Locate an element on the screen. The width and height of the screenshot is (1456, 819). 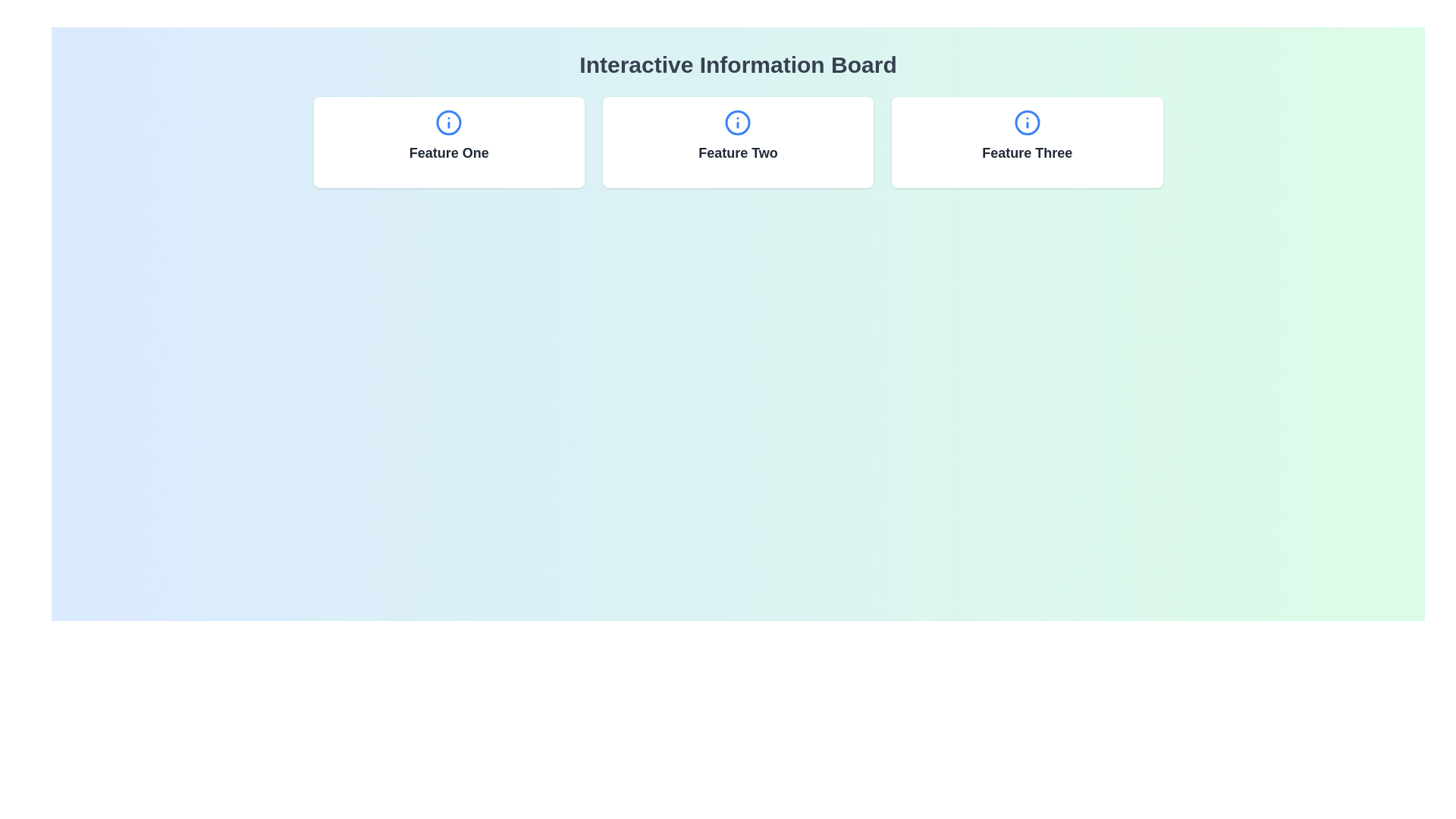
the Informational card titled 'Feature Three', which is the third card in a grid layout with a white background, rounded corners, and a blue circular icon at the top is located at coordinates (1027, 143).